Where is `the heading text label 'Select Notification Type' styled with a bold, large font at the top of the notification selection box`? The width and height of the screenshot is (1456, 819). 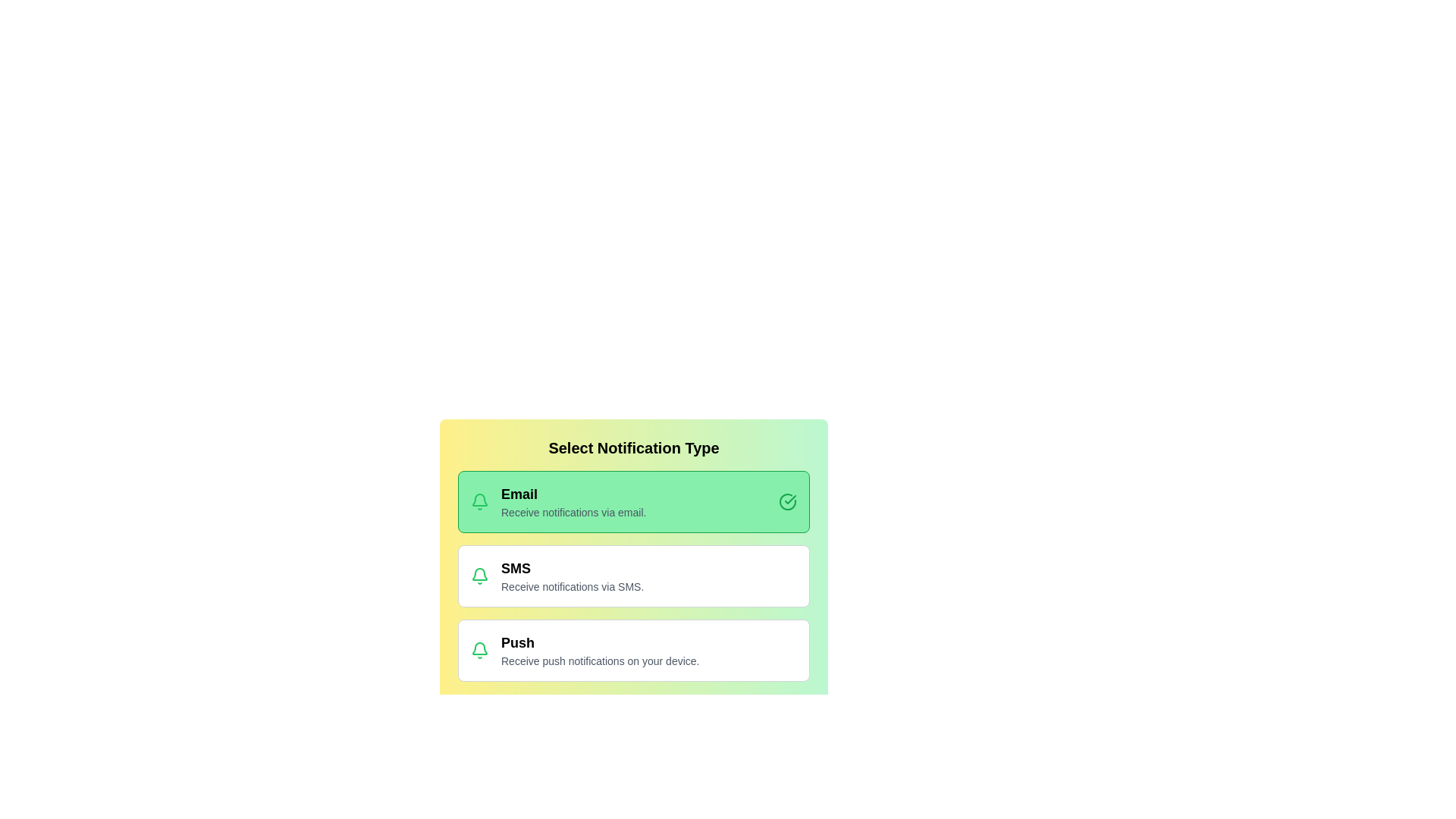 the heading text label 'Select Notification Type' styled with a bold, large font at the top of the notification selection box is located at coordinates (633, 447).